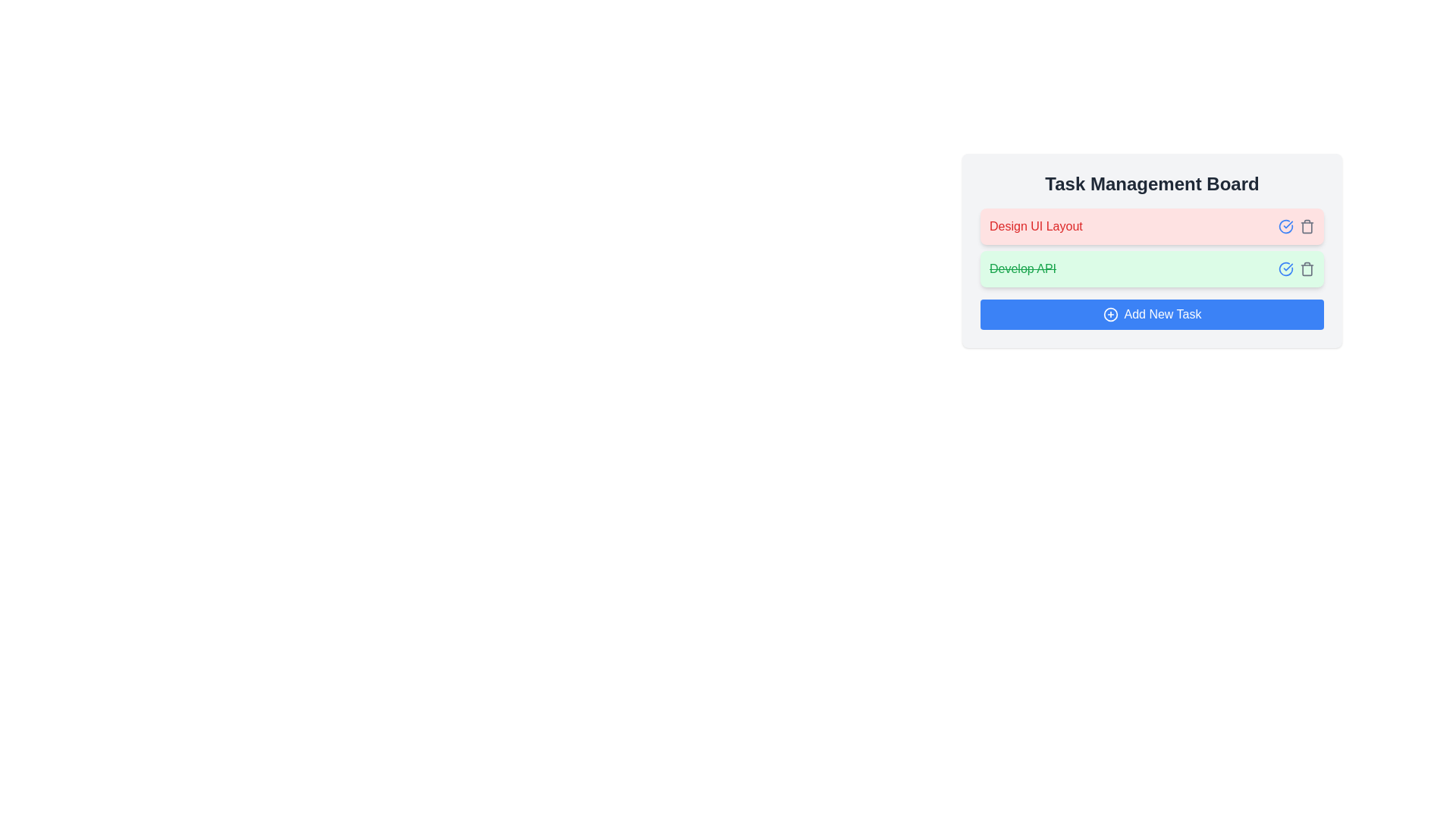 The image size is (1456, 819). I want to click on the third interactive icon, which serves as the delete button for the 'Develop API' task, so click(1306, 268).